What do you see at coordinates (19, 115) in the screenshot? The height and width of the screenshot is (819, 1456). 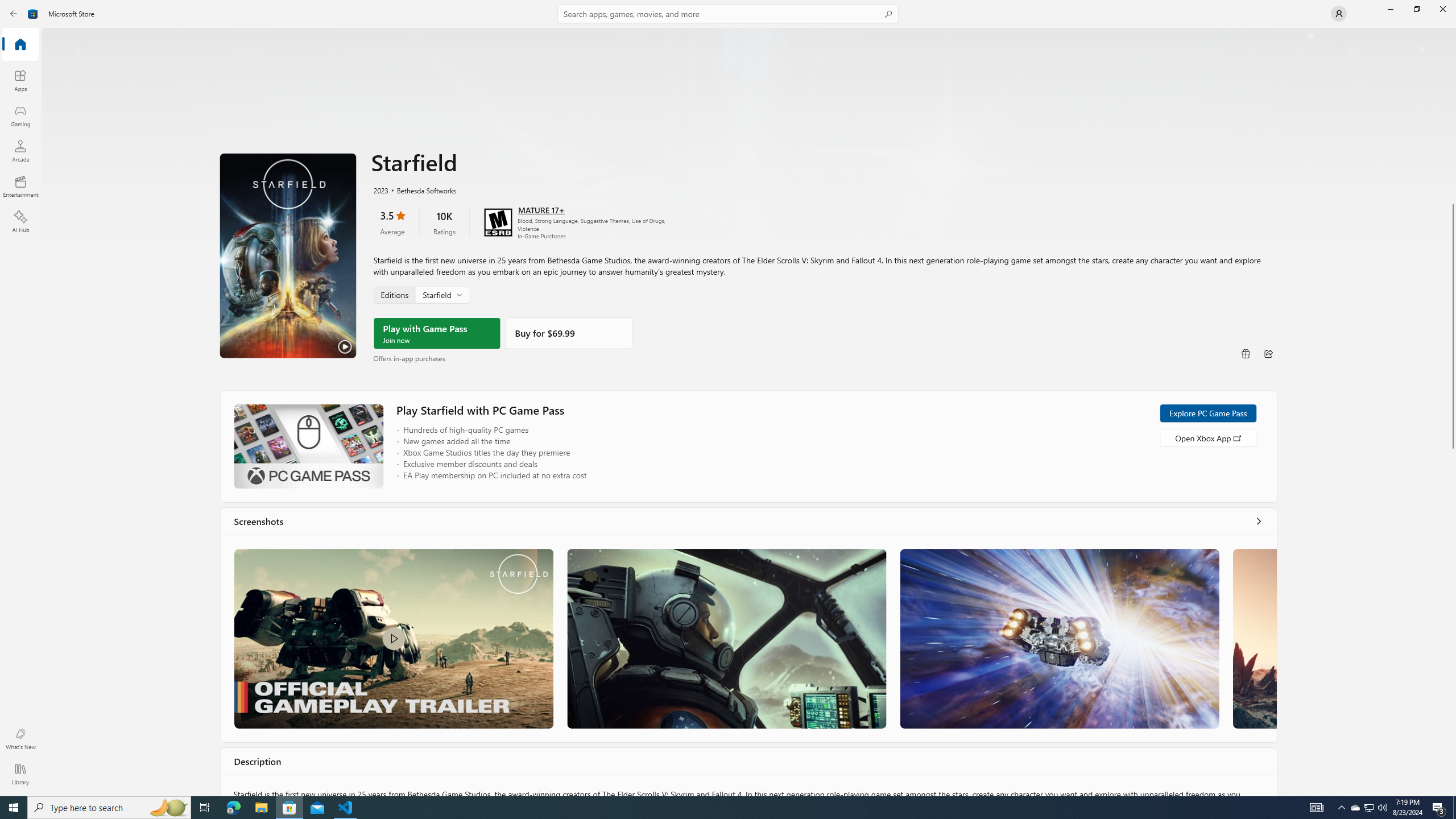 I see `'Gaming'` at bounding box center [19, 115].